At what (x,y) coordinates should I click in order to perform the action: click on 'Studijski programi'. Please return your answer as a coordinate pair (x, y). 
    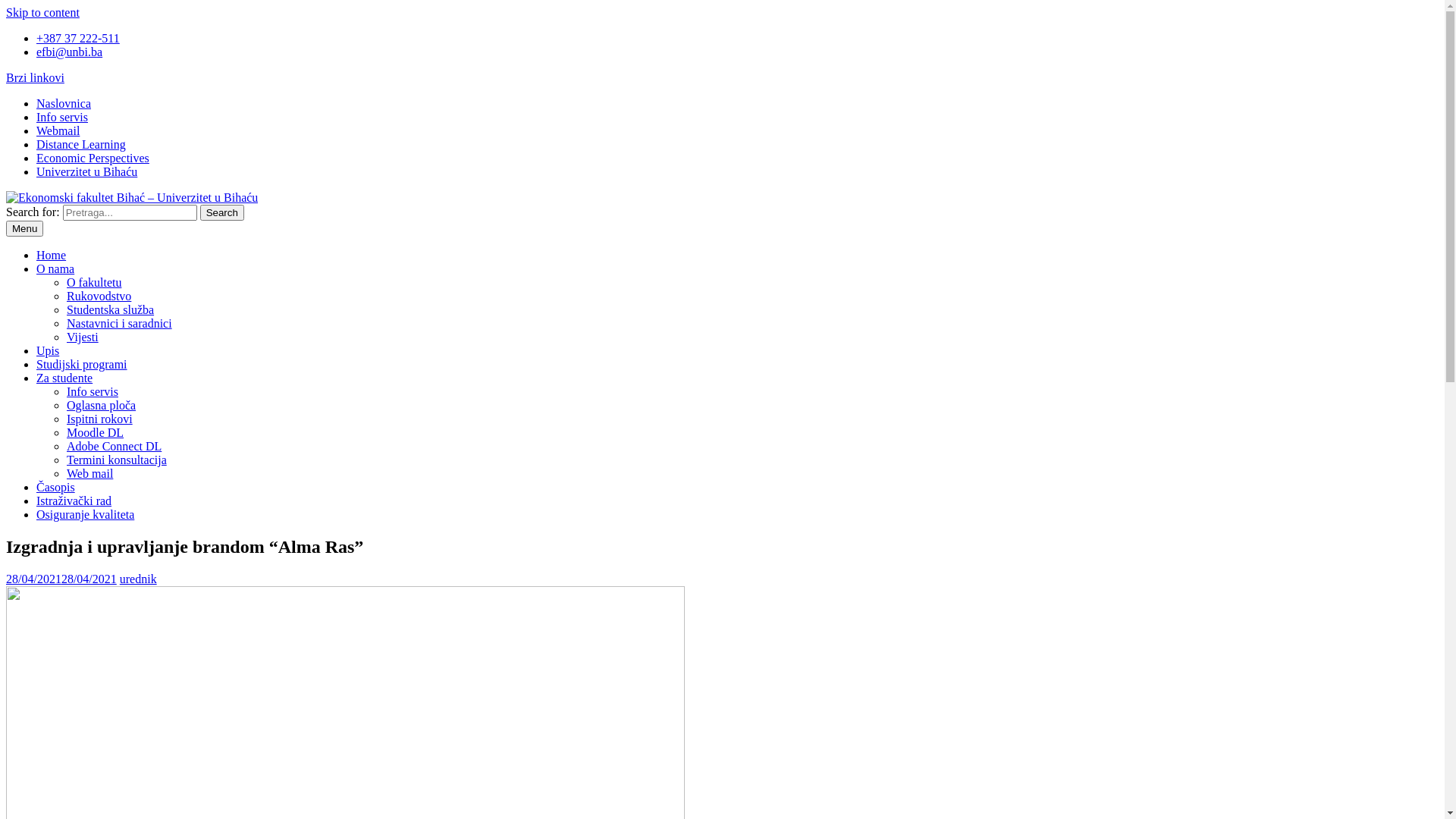
    Looking at the image, I should click on (80, 364).